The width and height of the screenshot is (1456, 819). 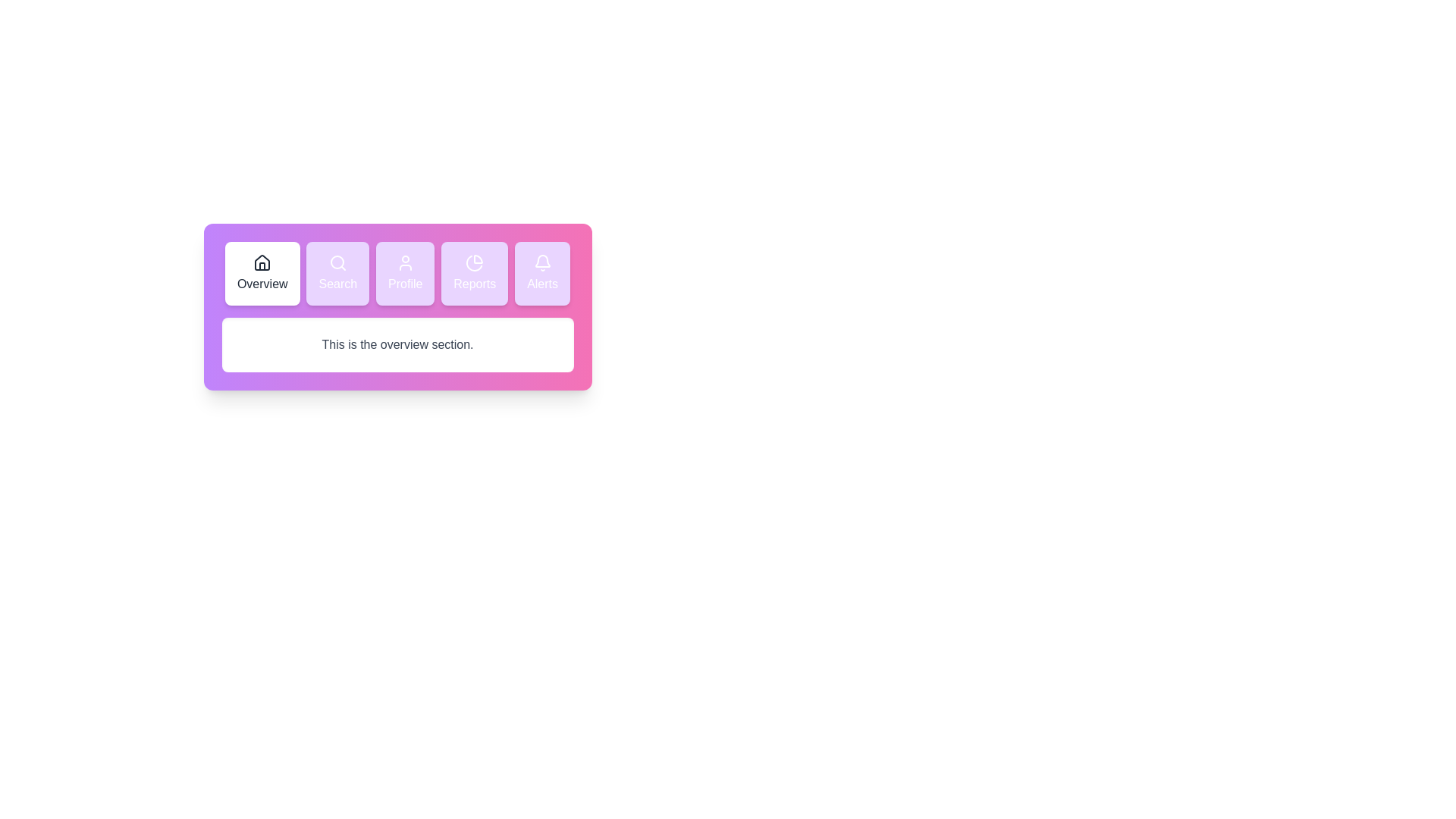 I want to click on the 'Reports' icon located inside the fourth button of the horizontal navigation bar, so click(x=474, y=262).